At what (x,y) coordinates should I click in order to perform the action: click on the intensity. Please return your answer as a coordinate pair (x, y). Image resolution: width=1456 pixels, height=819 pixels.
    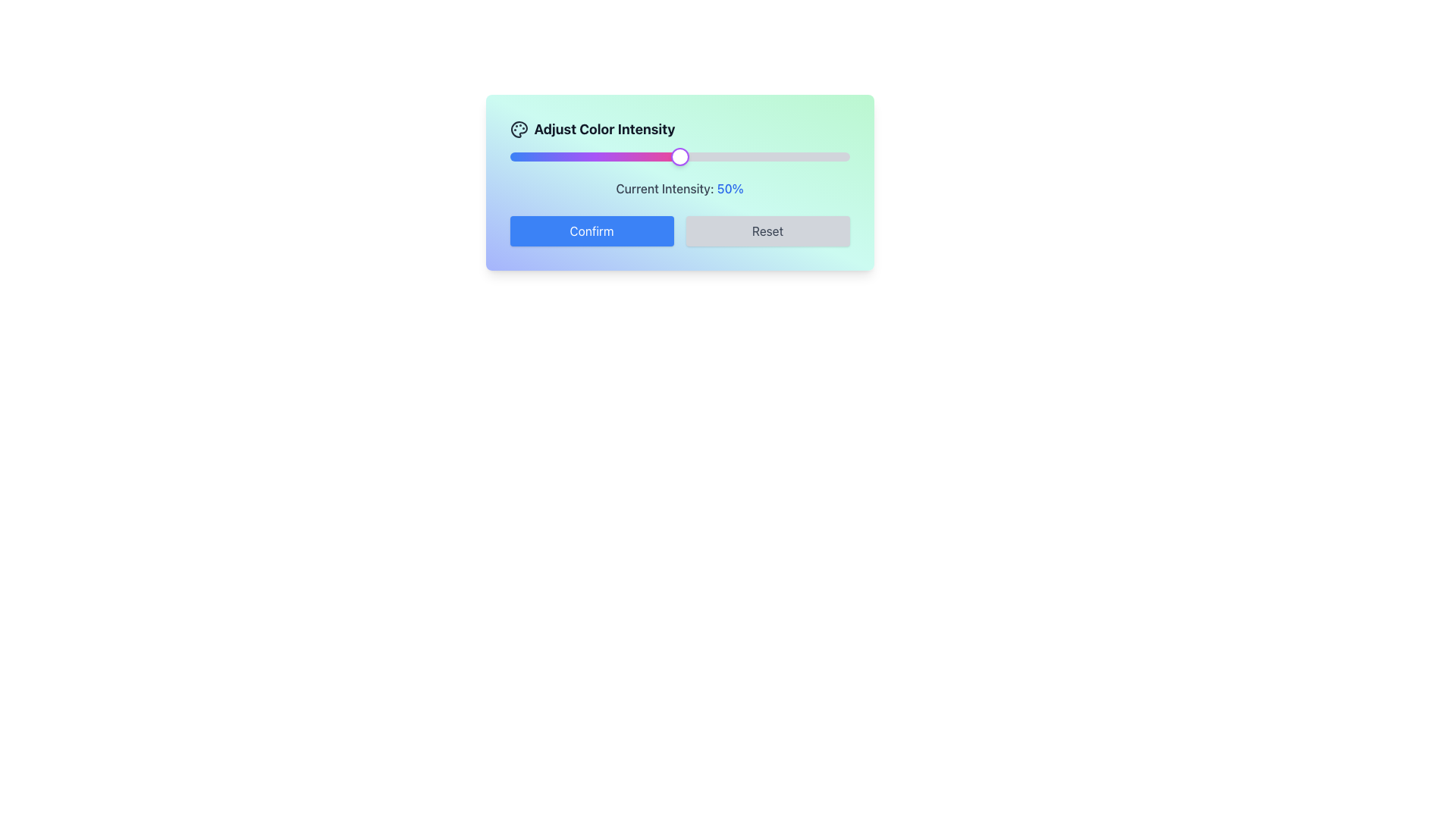
    Looking at the image, I should click on (686, 157).